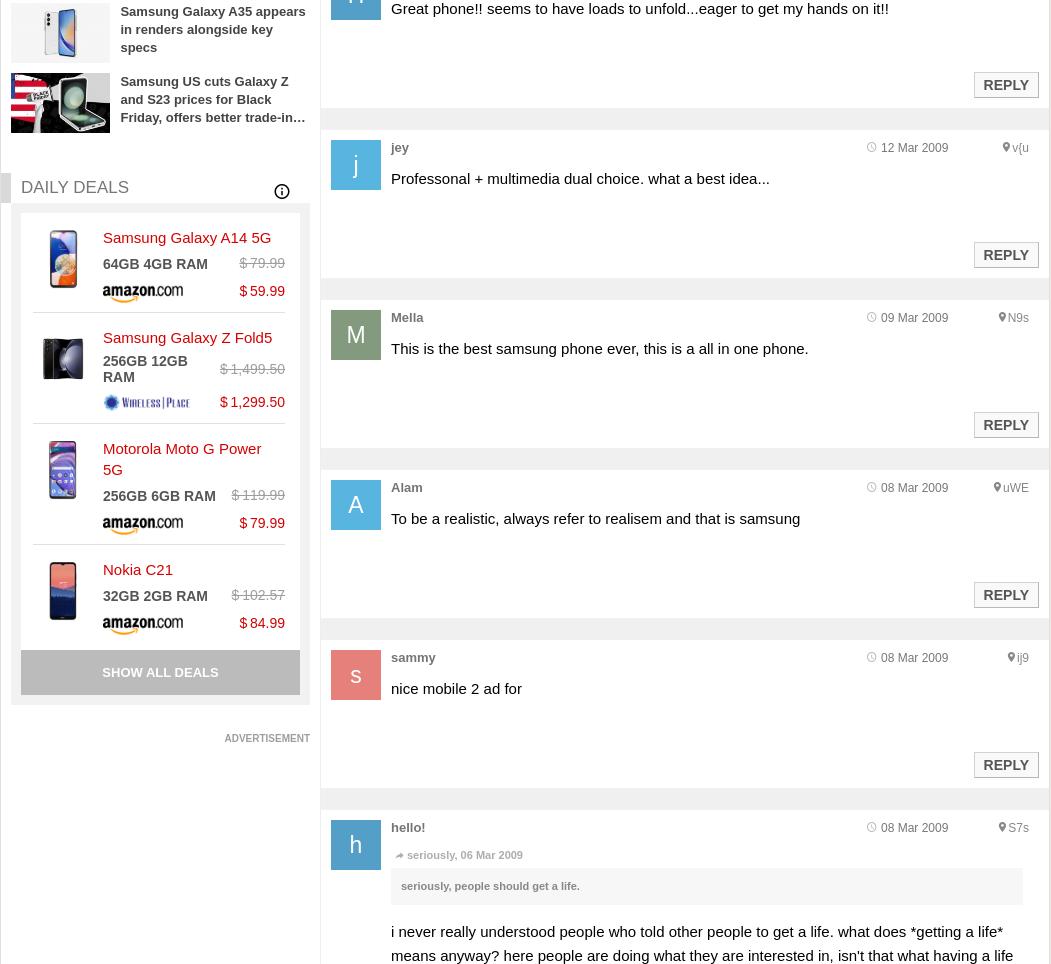 The height and width of the screenshot is (964, 1051). Describe the element at coordinates (580, 177) in the screenshot. I see `'Professonal + multimedia dual choice. what a best idea...'` at that location.